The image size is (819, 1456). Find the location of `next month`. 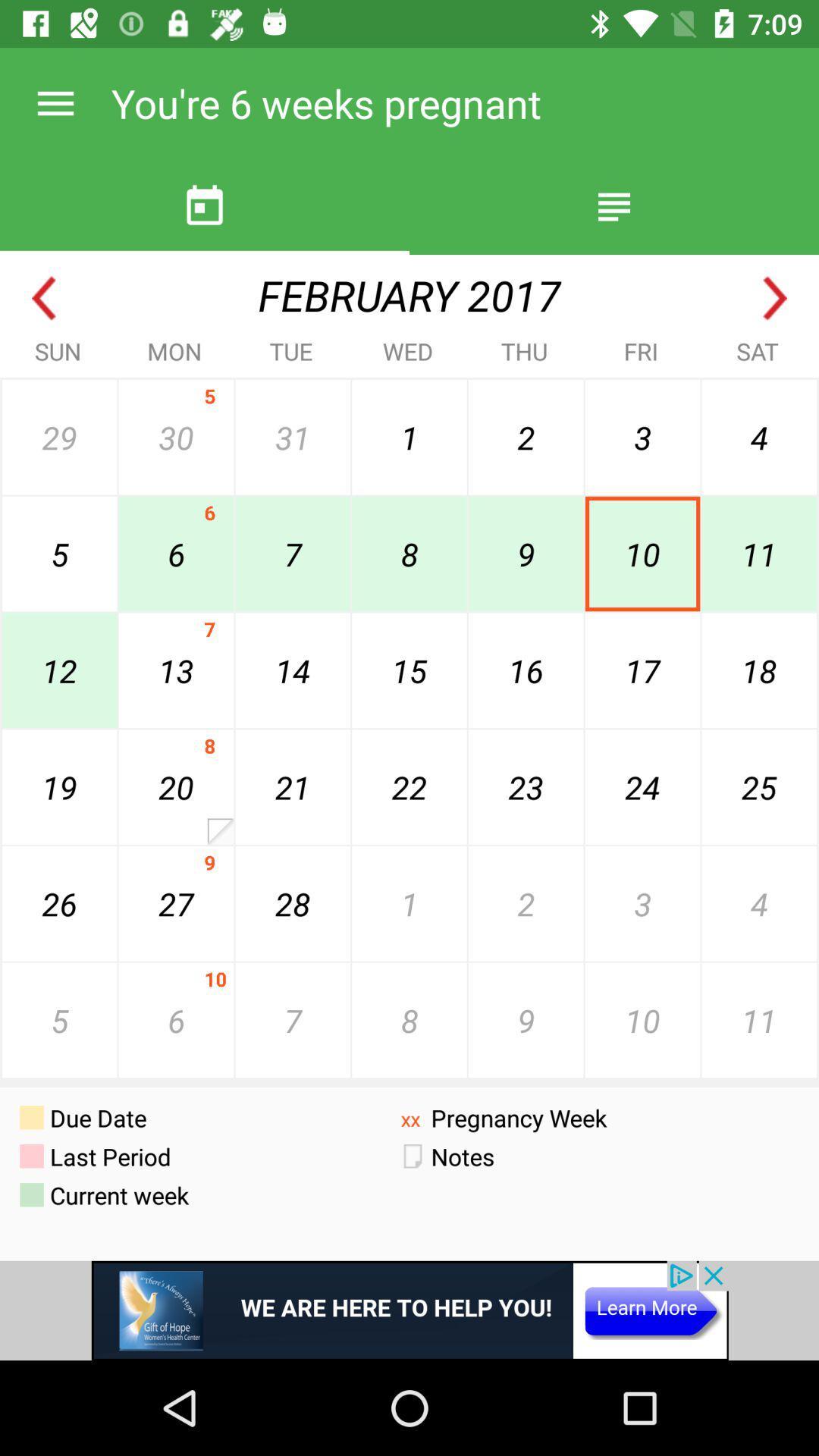

next month is located at coordinates (775, 298).